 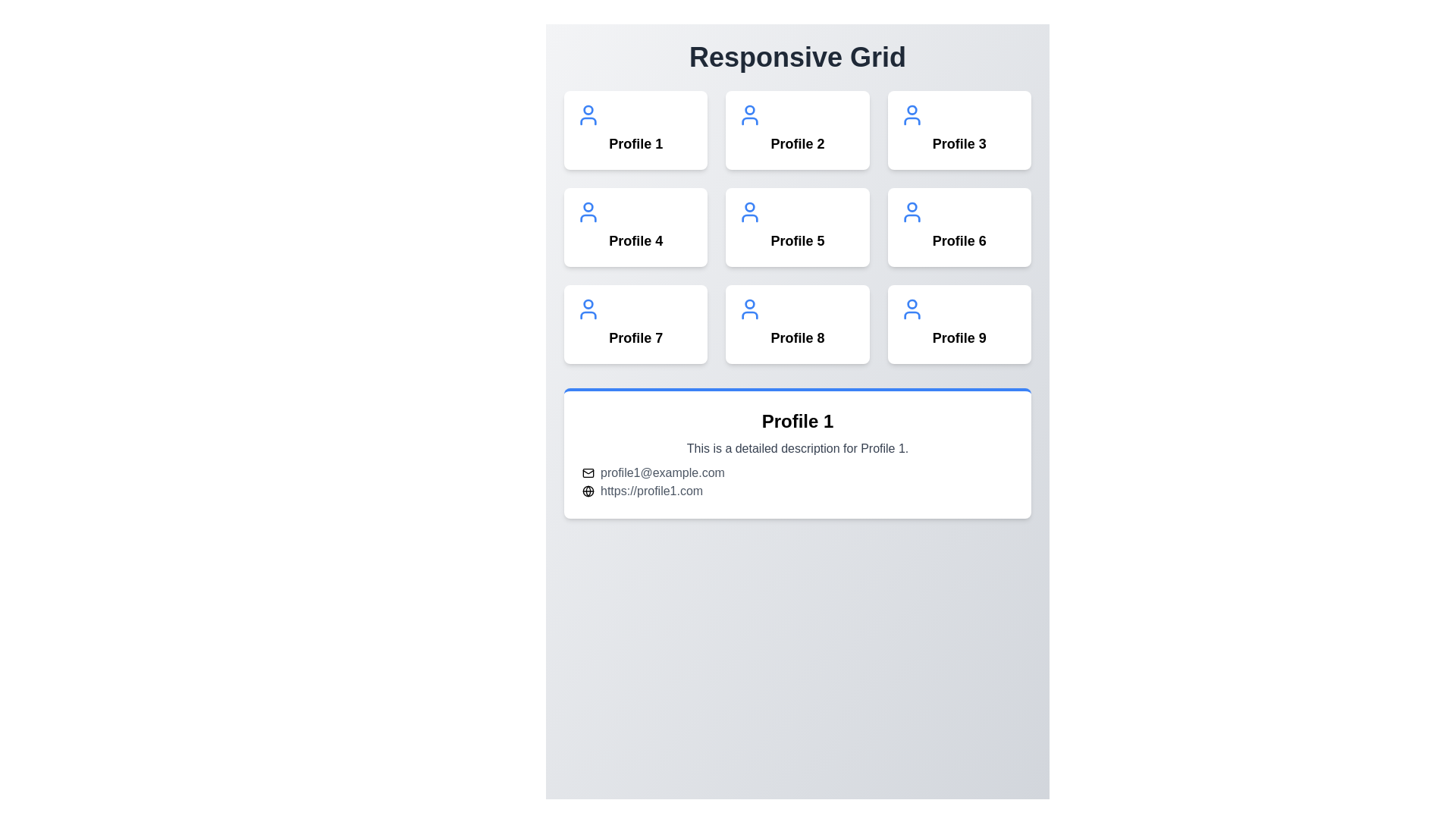 What do you see at coordinates (796, 143) in the screenshot?
I see `value of the title text in the second card of the grid layout, located in the first row and second column` at bounding box center [796, 143].